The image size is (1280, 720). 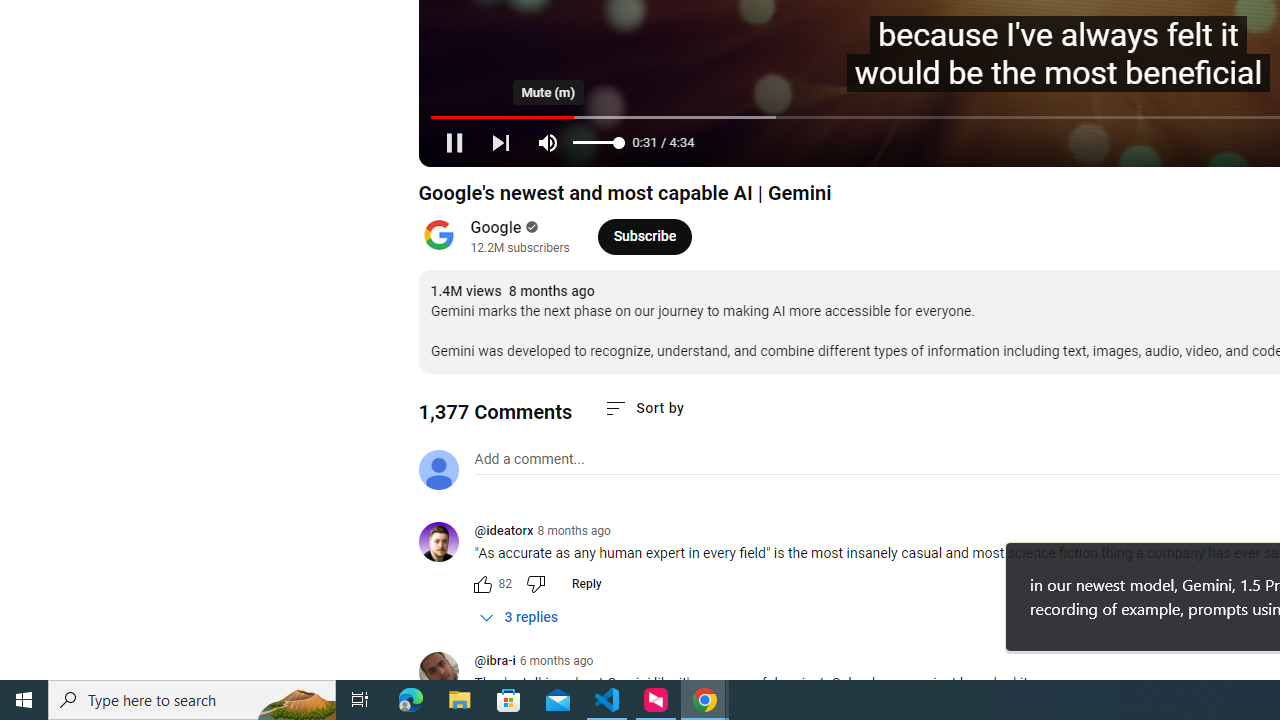 I want to click on 'Volume', so click(x=597, y=141).